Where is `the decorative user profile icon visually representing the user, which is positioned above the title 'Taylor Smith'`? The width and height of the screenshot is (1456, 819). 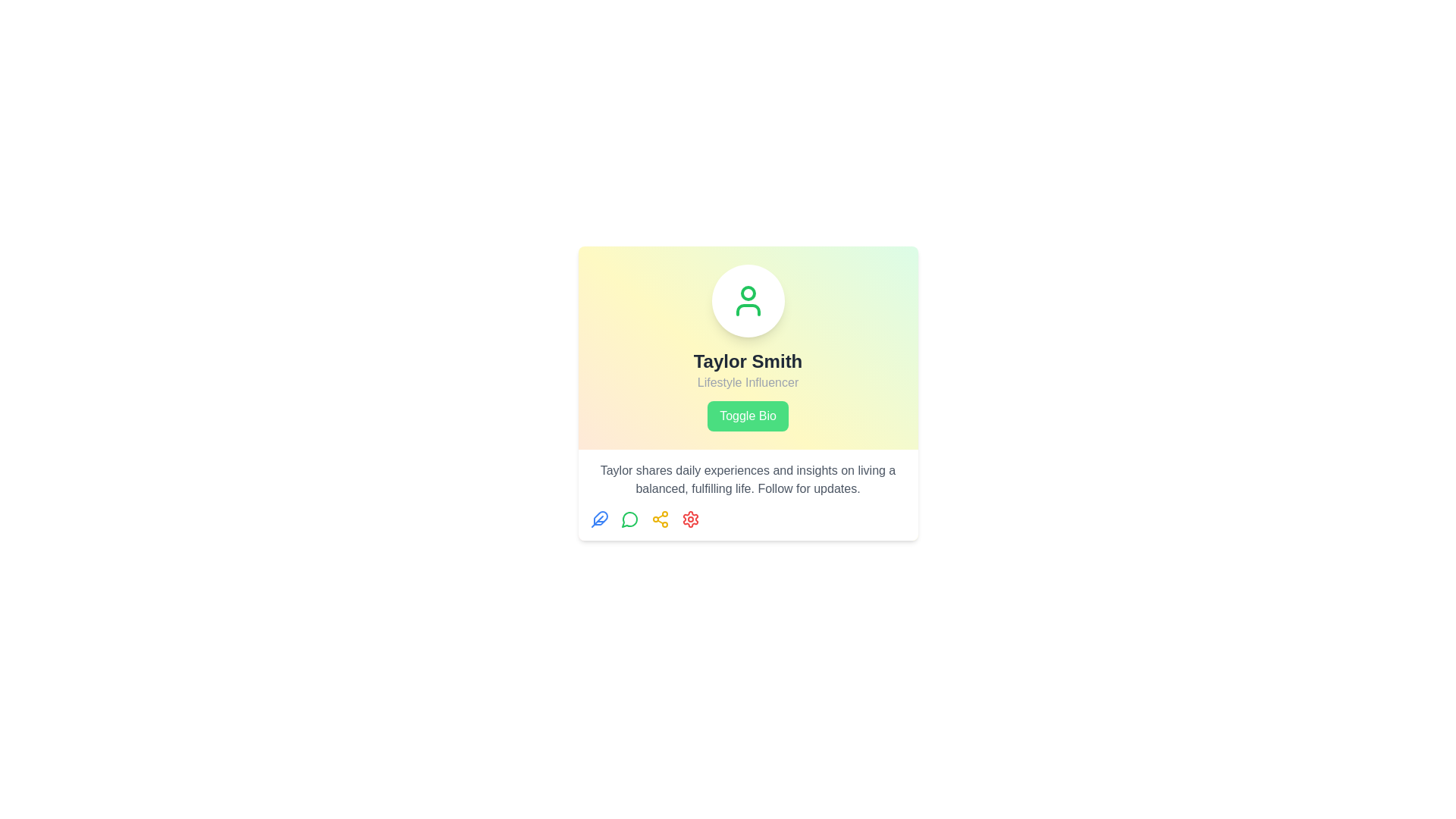
the decorative user profile icon visually representing the user, which is positioned above the title 'Taylor Smith' is located at coordinates (748, 301).